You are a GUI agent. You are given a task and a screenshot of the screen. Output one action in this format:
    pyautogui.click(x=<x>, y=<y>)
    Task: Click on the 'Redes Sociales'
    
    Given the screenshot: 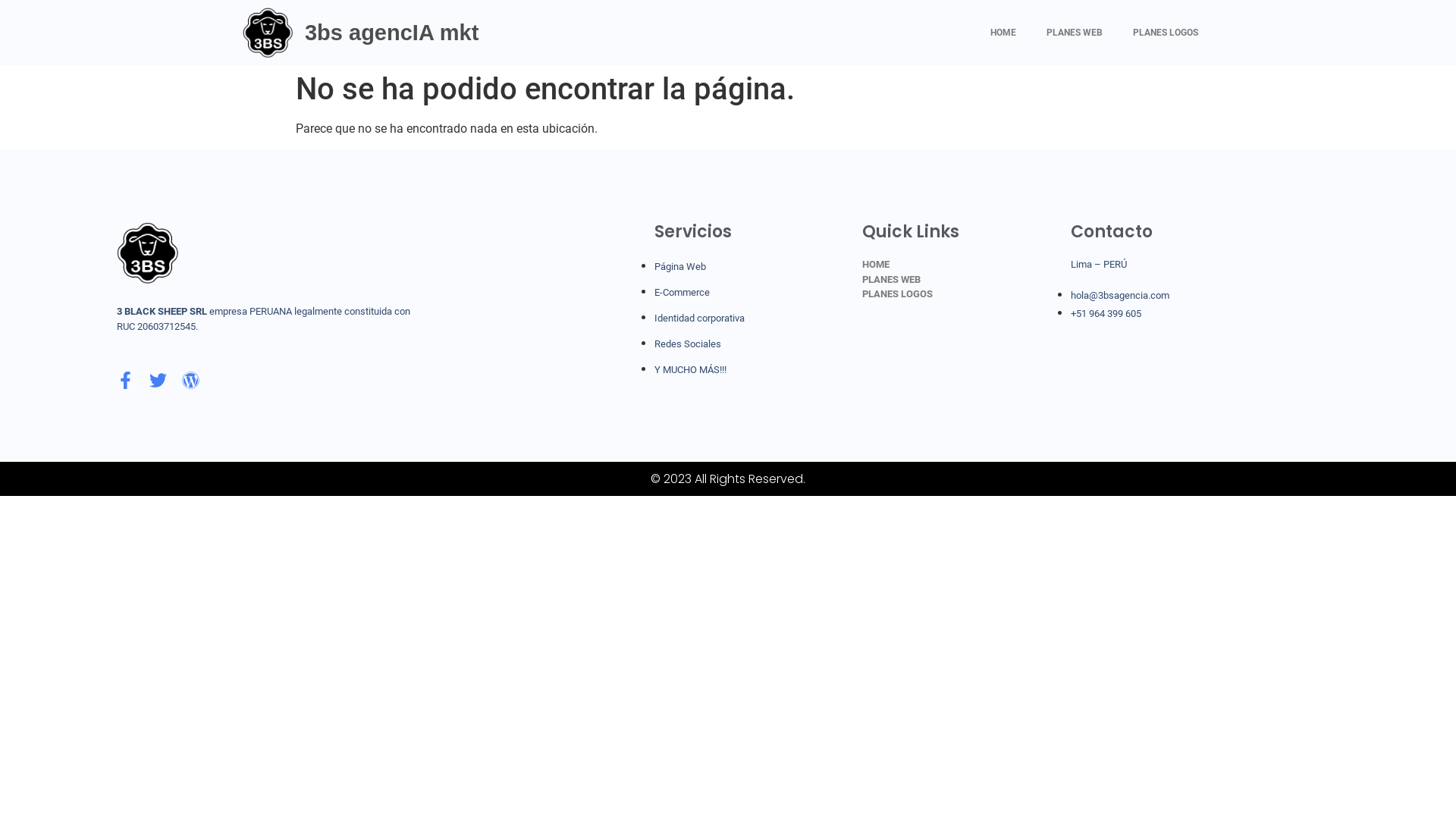 What is the action you would take?
    pyautogui.click(x=654, y=344)
    